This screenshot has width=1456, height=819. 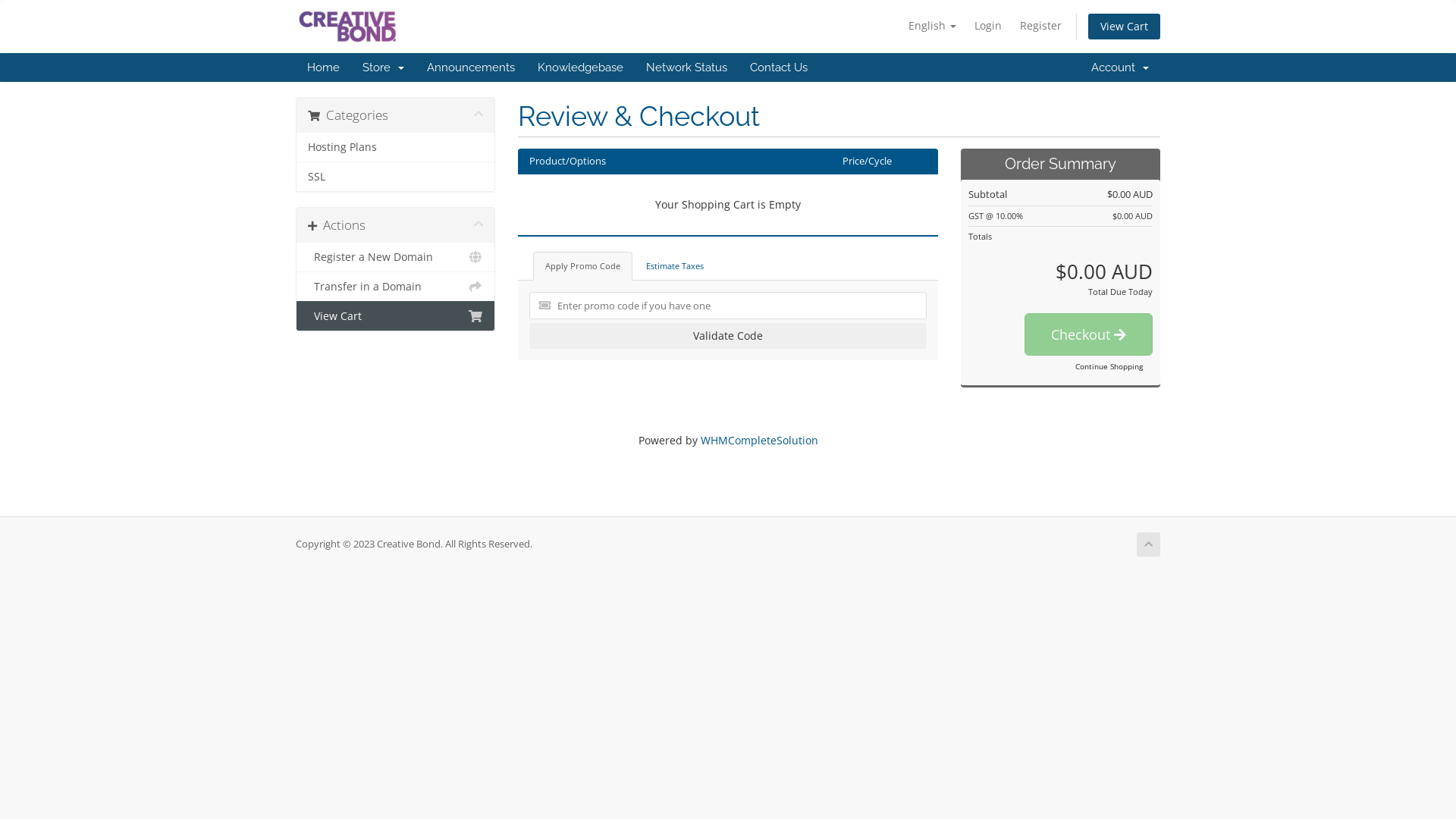 I want to click on 'Account  ', so click(x=1120, y=66).